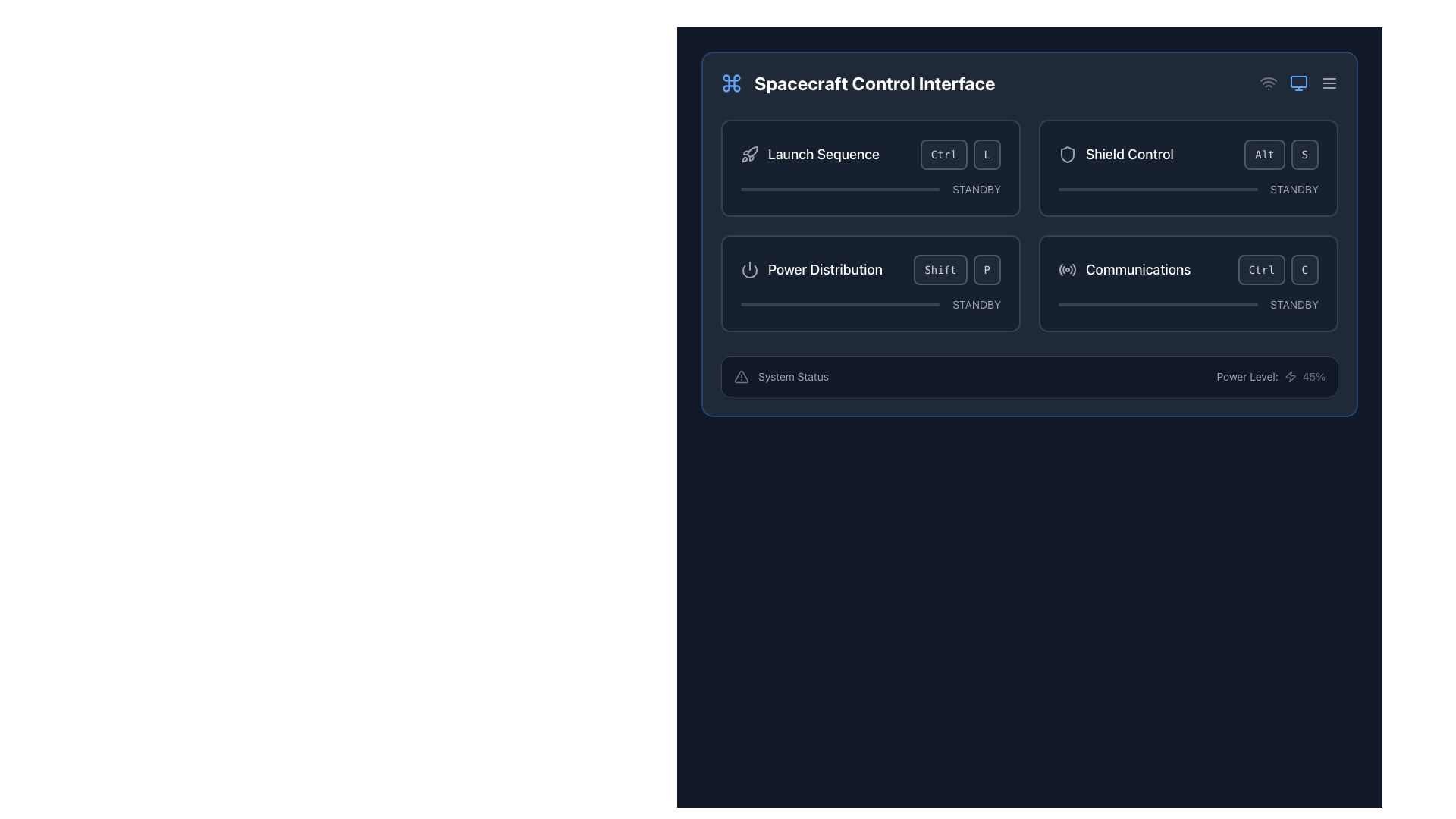 The width and height of the screenshot is (1456, 819). What do you see at coordinates (1298, 82) in the screenshot?
I see `the graphical icon resembling a monitor device located at the top-right corner of the interface, which is the third item in a sequence of icons` at bounding box center [1298, 82].